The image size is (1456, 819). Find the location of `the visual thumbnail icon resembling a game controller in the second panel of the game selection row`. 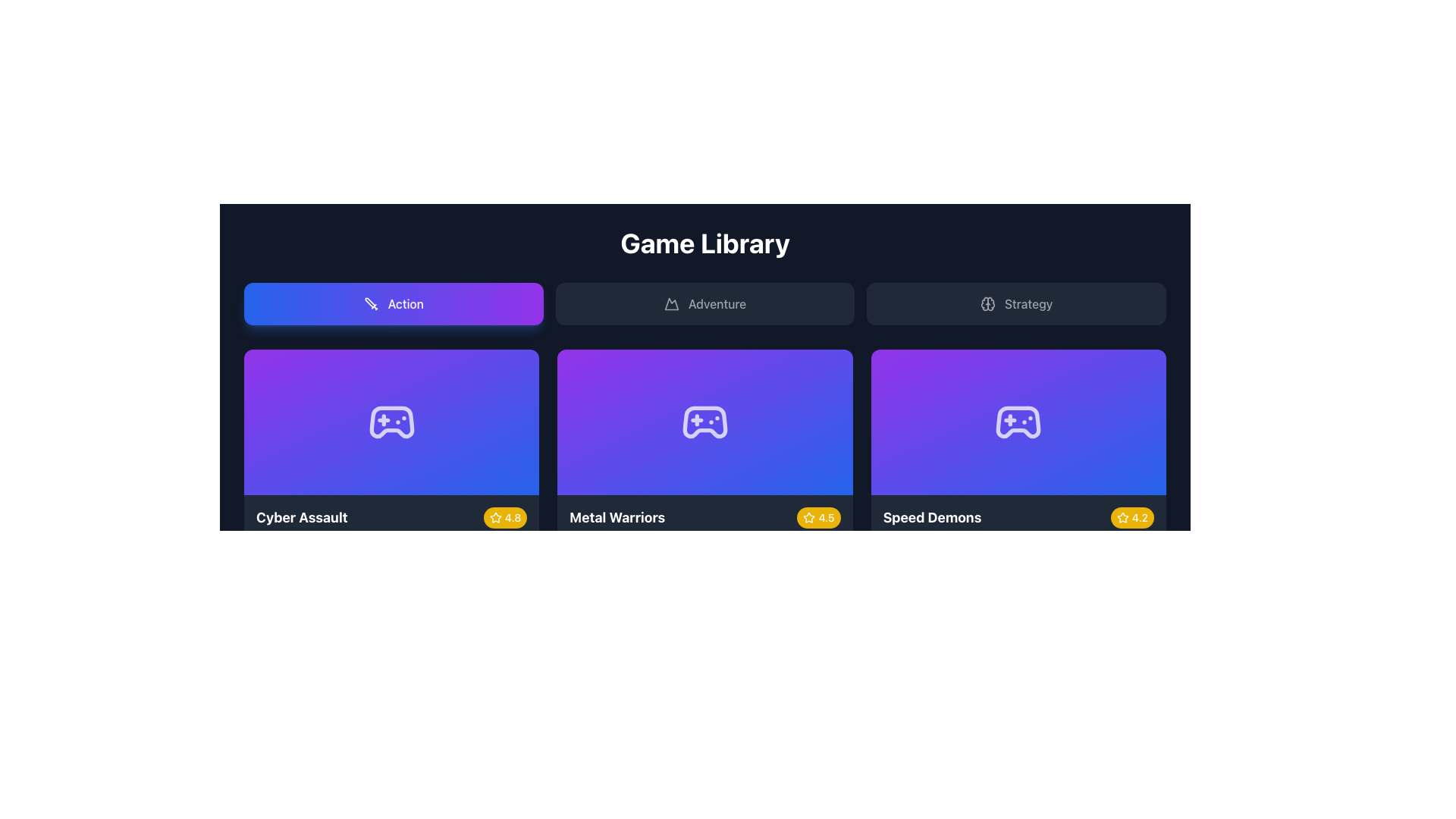

the visual thumbnail icon resembling a game controller in the second panel of the game selection row is located at coordinates (704, 422).